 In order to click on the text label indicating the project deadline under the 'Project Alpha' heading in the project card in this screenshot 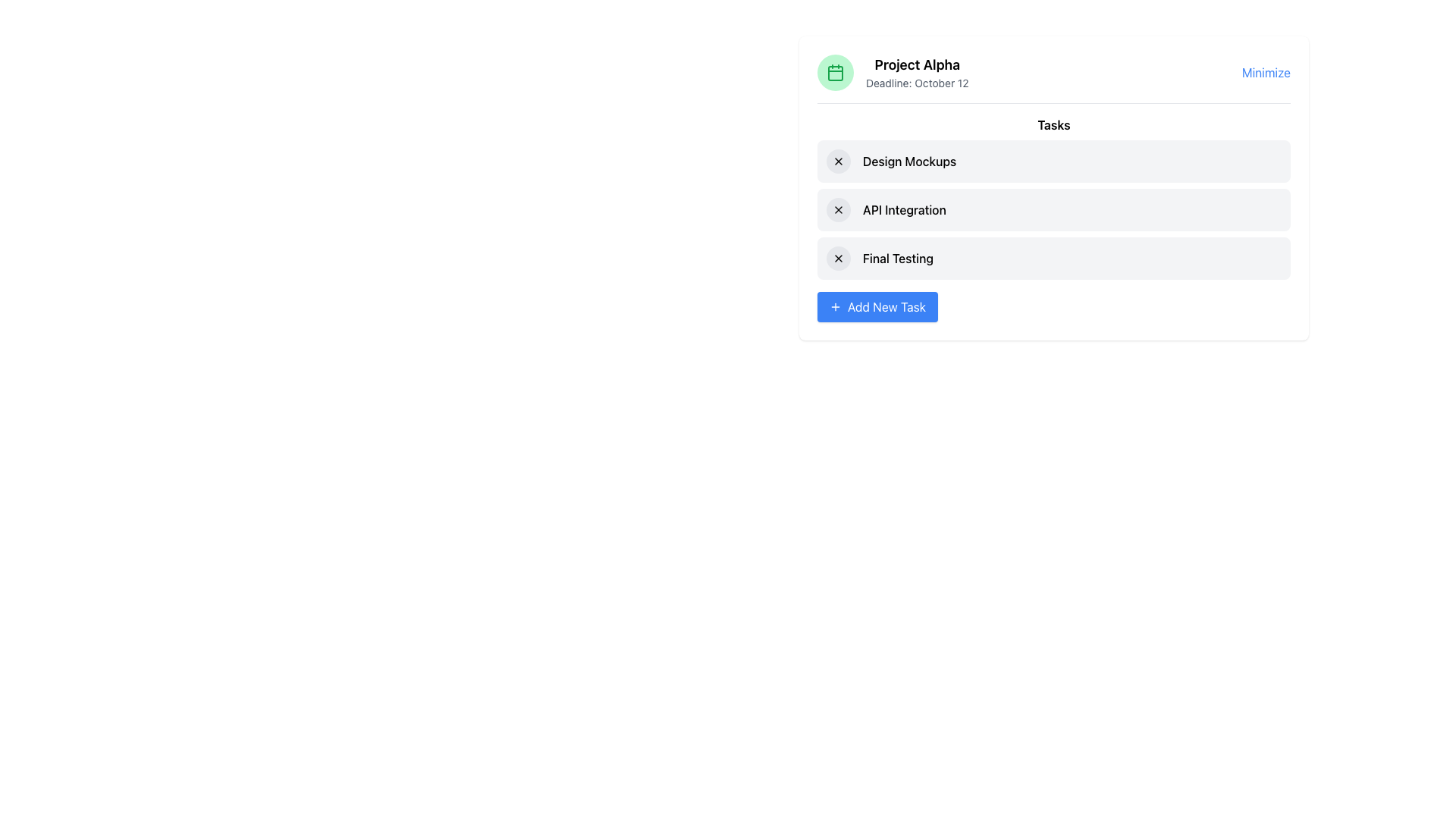, I will do `click(916, 83)`.